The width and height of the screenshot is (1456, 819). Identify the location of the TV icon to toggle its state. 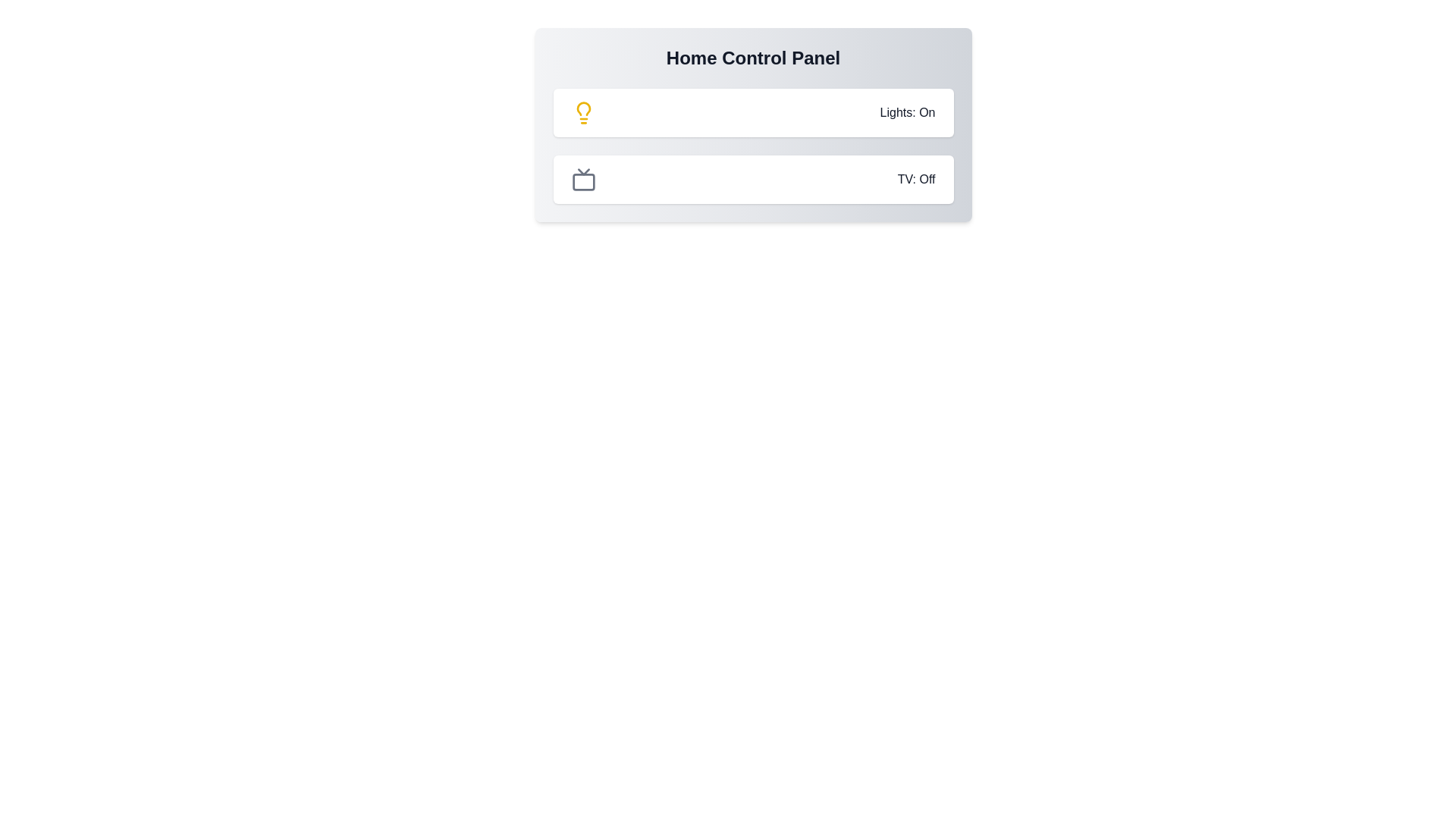
(582, 178).